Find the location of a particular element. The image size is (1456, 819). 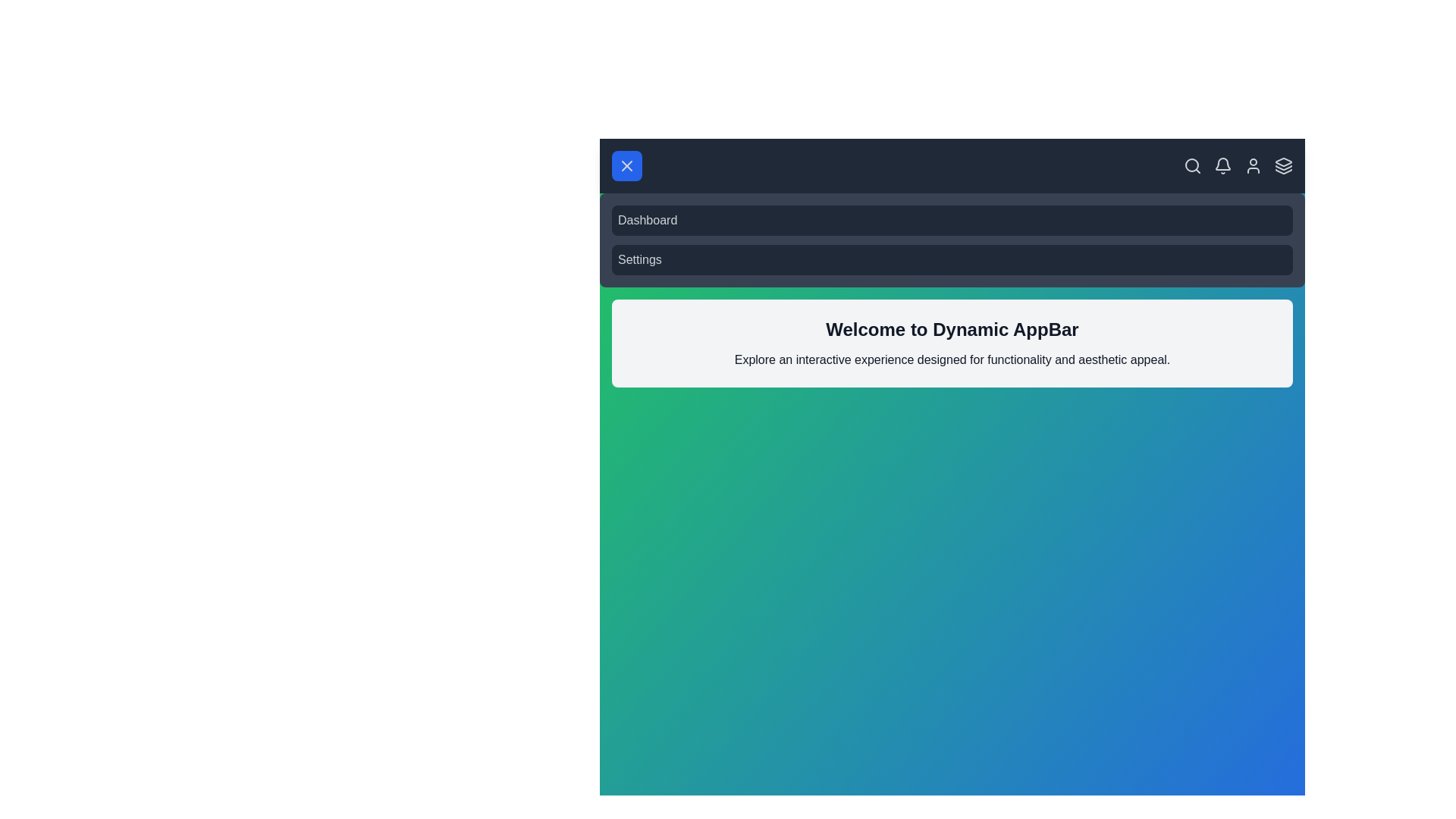

the user profile icon is located at coordinates (1253, 166).